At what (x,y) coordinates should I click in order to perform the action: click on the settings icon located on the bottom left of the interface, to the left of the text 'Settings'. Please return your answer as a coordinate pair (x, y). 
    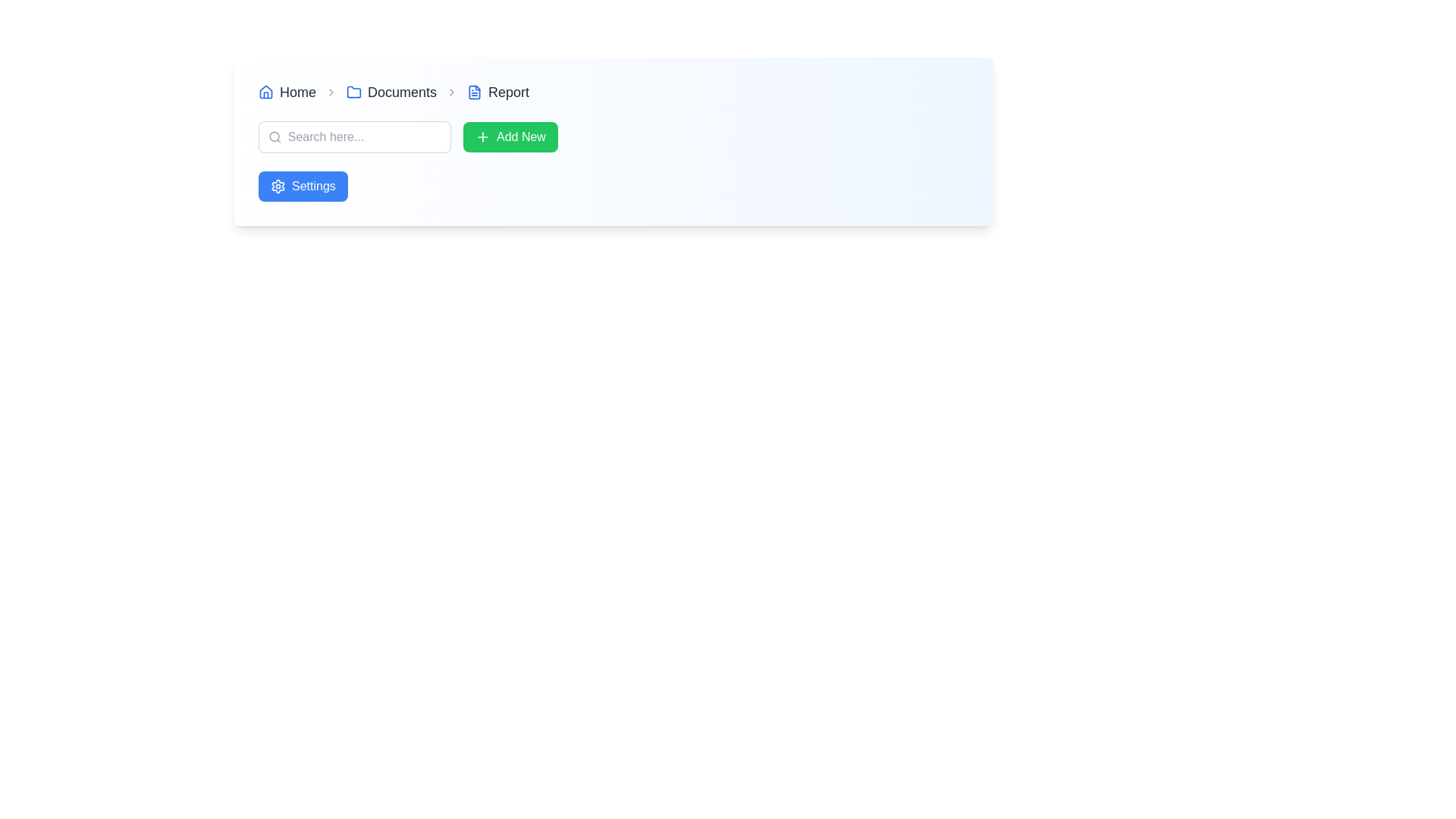
    Looking at the image, I should click on (278, 186).